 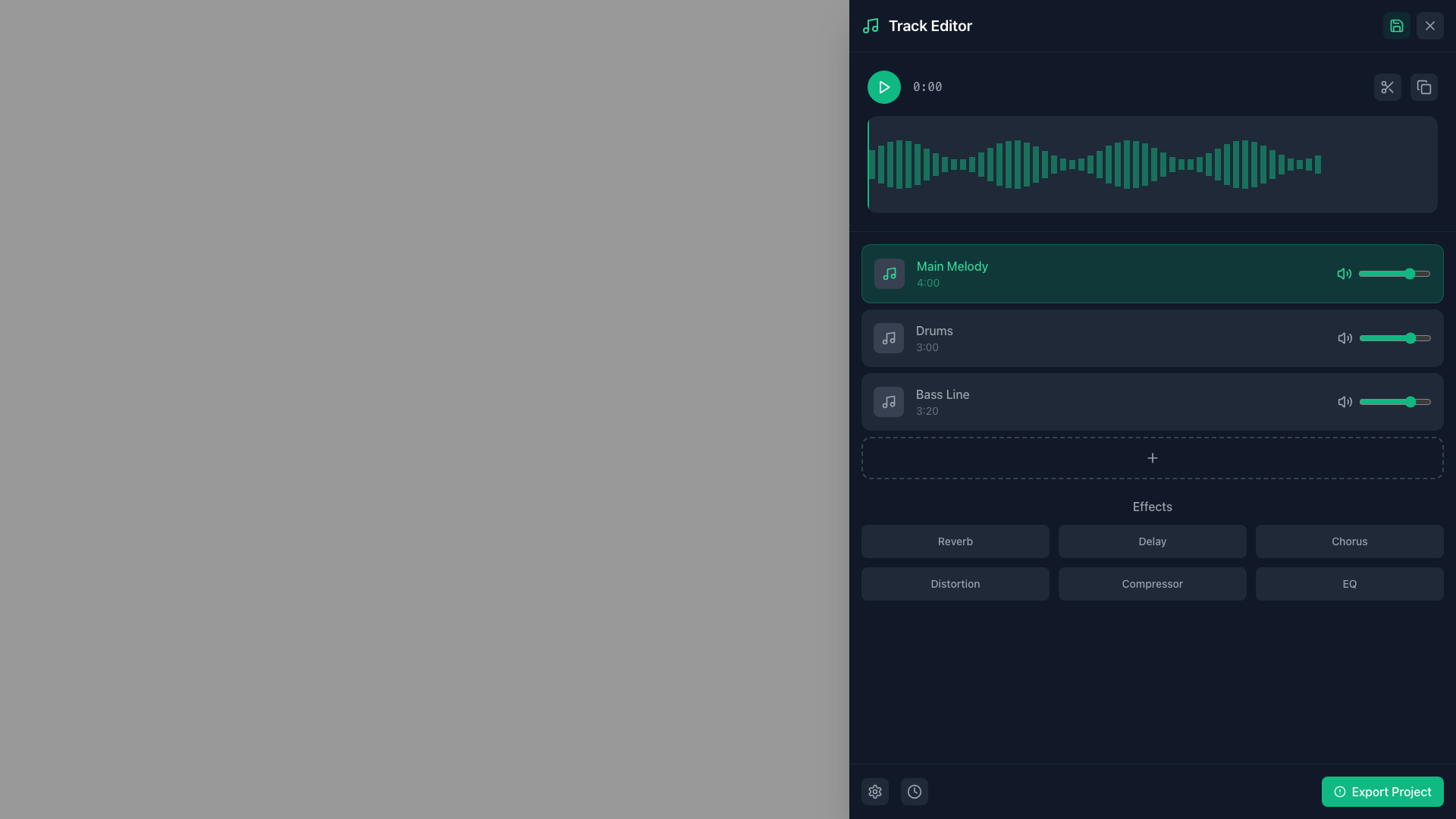 What do you see at coordinates (1404, 274) in the screenshot?
I see `the volume slider` at bounding box center [1404, 274].